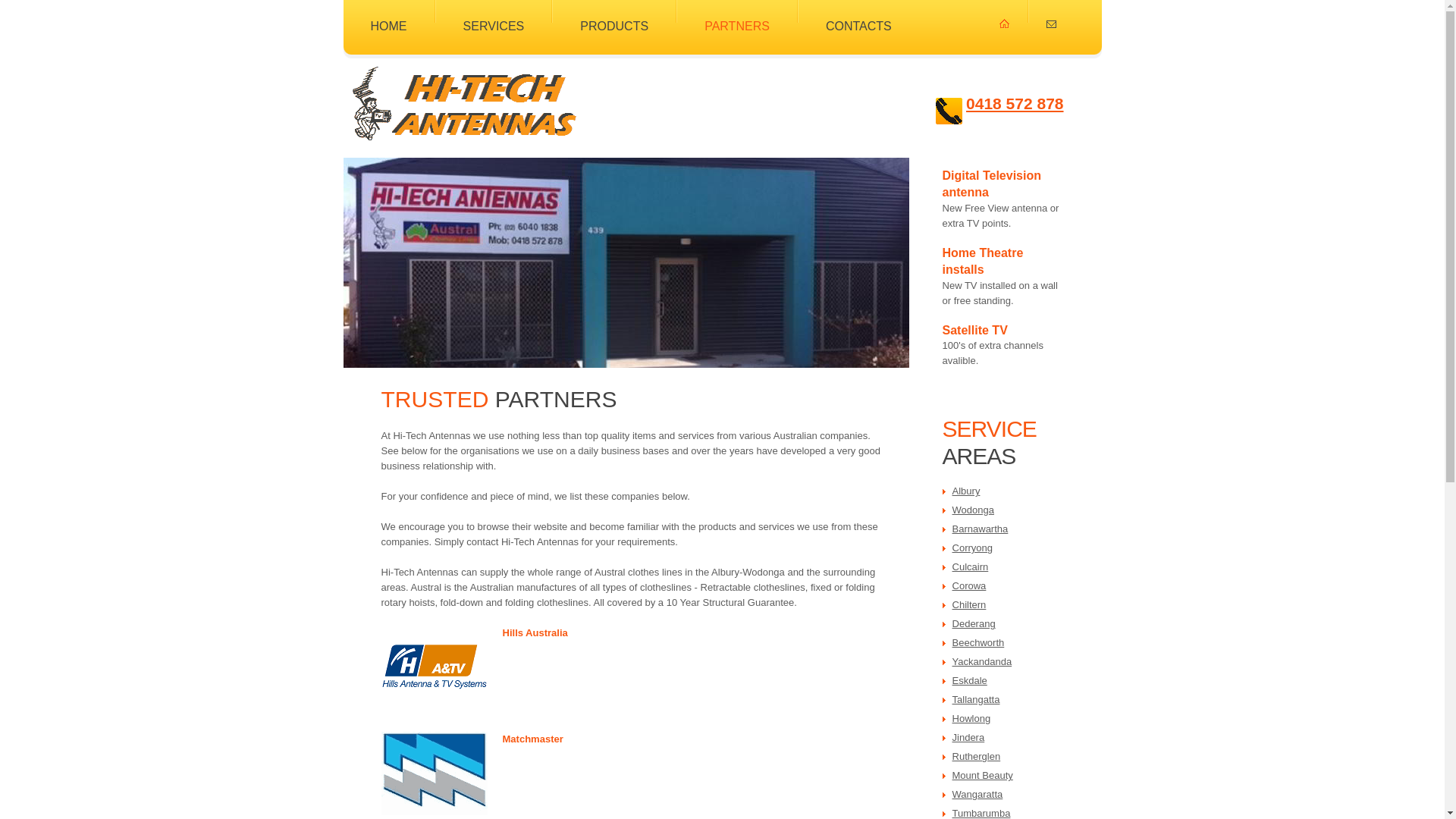 The height and width of the screenshot is (819, 1456). Describe the element at coordinates (388, 17) in the screenshot. I see `'HOME'` at that location.